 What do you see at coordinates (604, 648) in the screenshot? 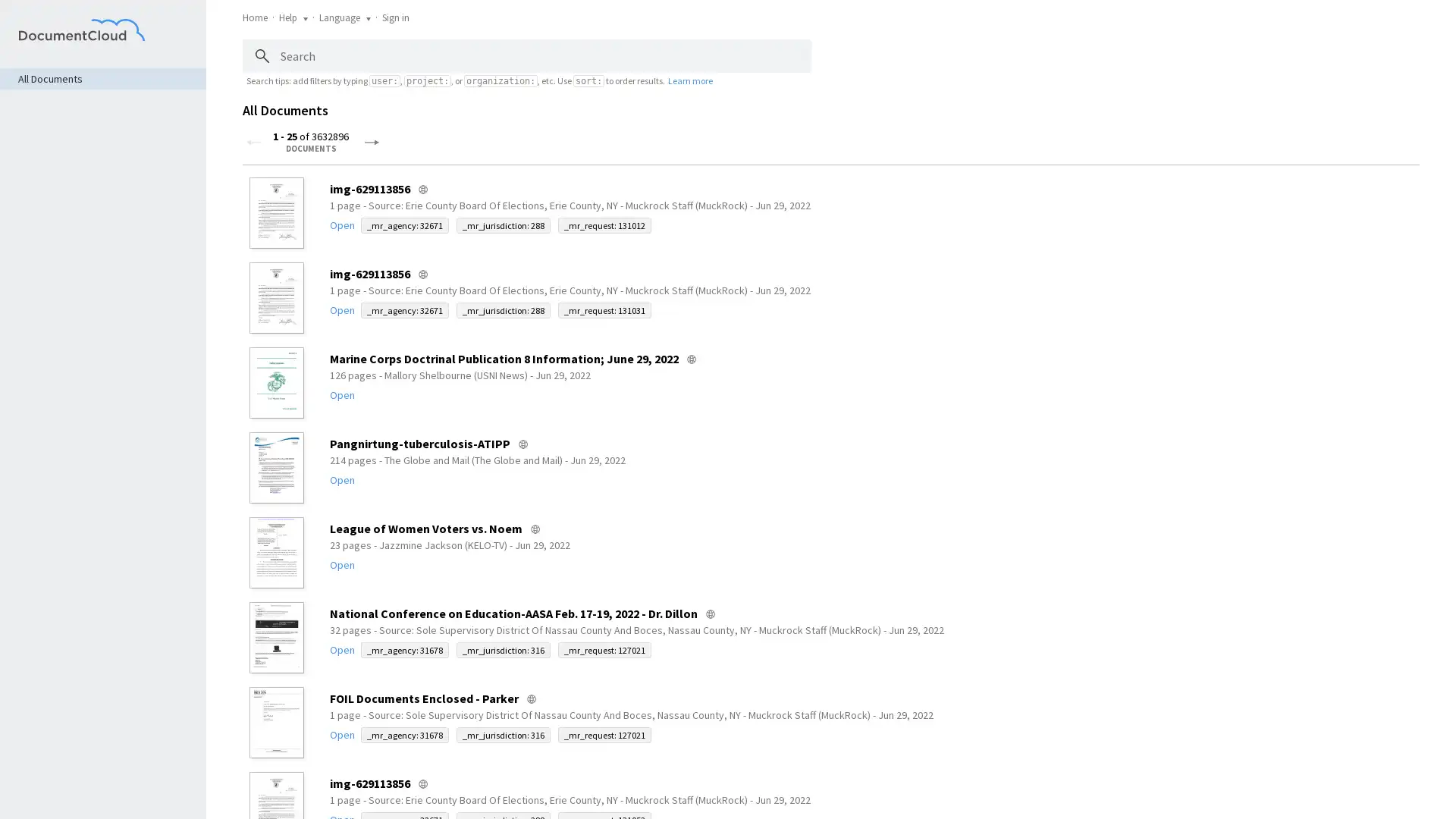
I see `_mr_request: 127021` at bounding box center [604, 648].